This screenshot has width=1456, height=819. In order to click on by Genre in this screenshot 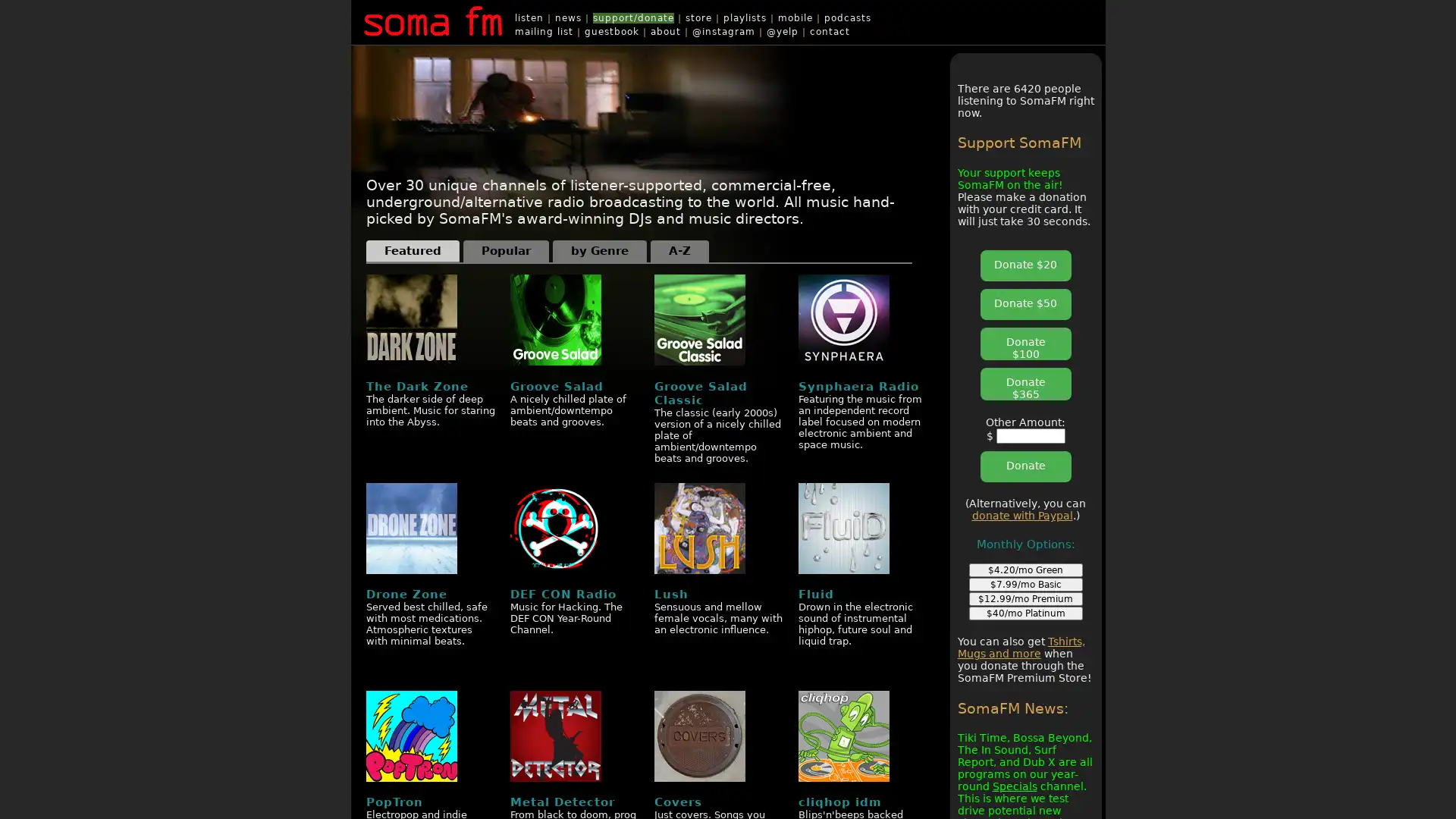, I will do `click(598, 250)`.